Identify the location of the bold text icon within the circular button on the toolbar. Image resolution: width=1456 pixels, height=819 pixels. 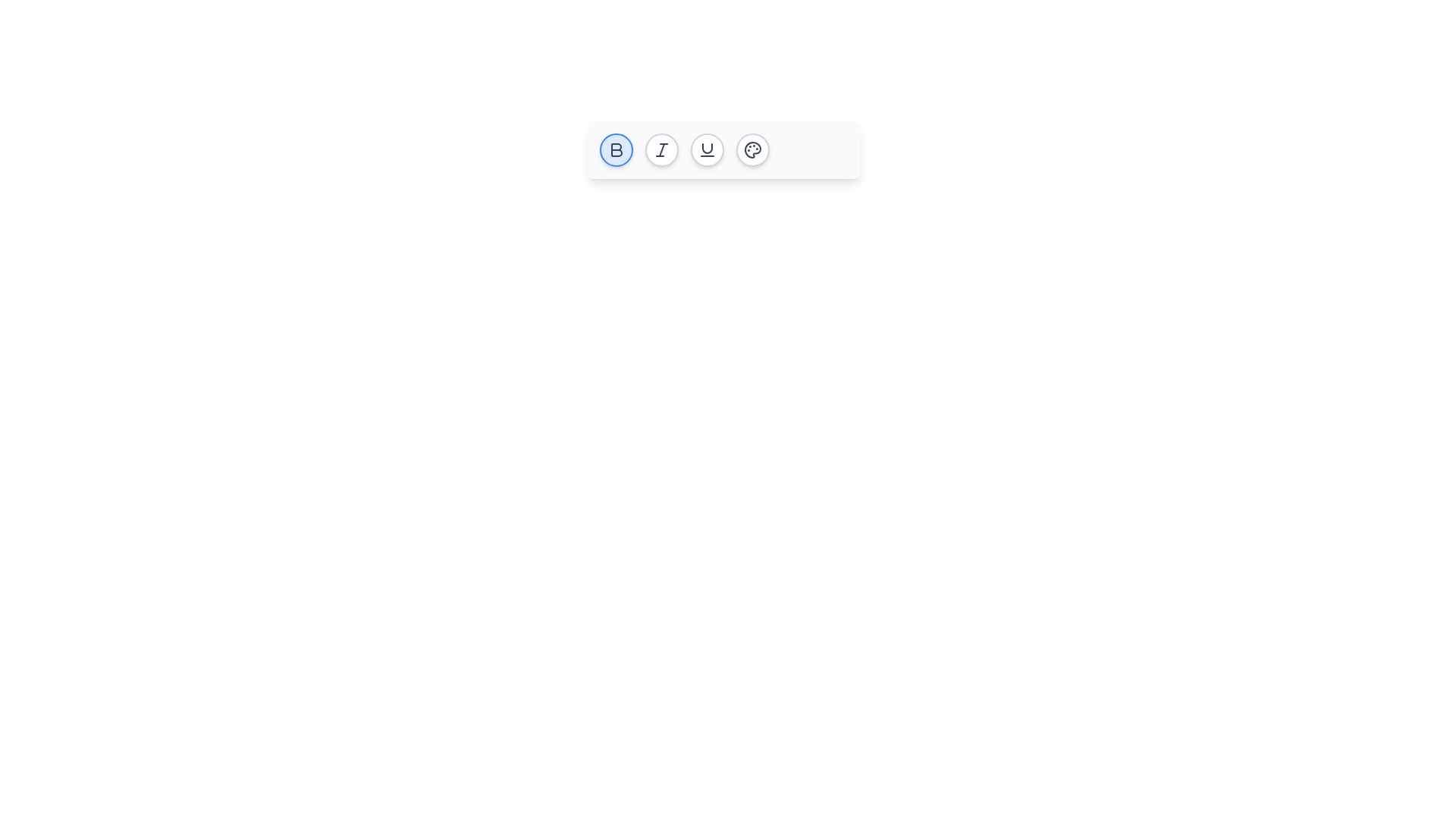
(617, 149).